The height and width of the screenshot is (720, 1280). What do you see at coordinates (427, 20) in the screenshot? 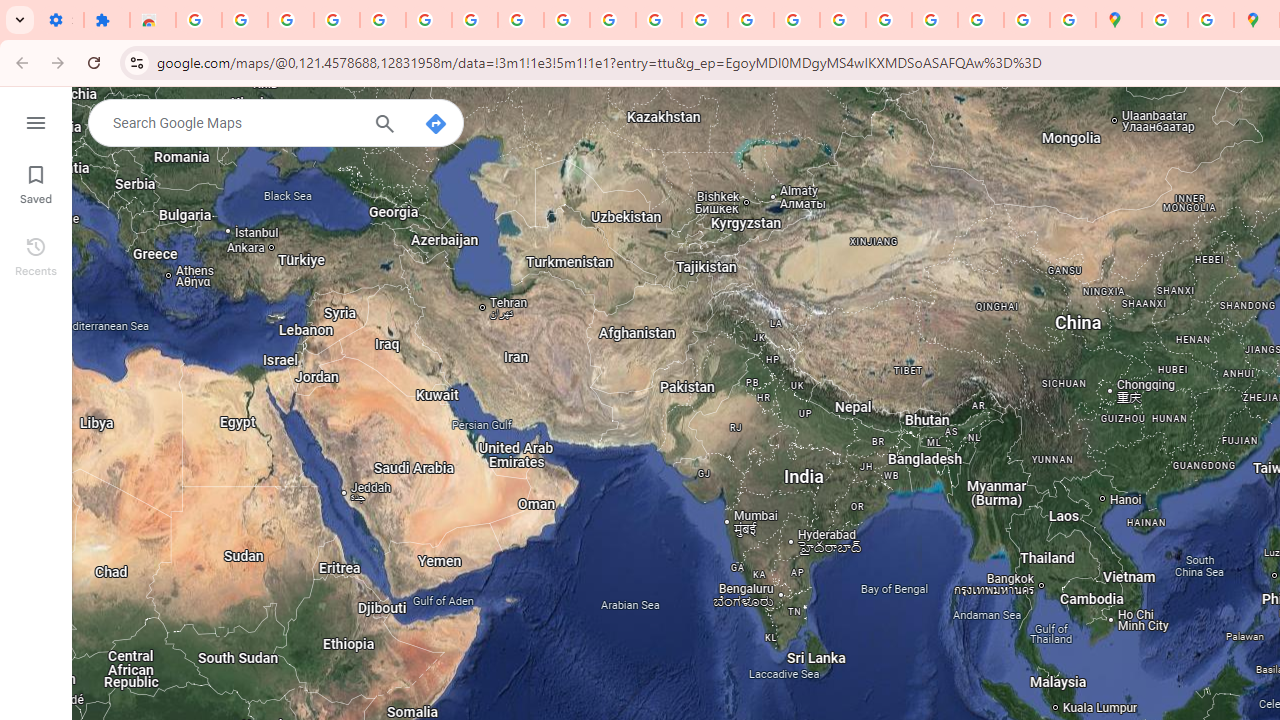
I see `'Google Account Help'` at bounding box center [427, 20].